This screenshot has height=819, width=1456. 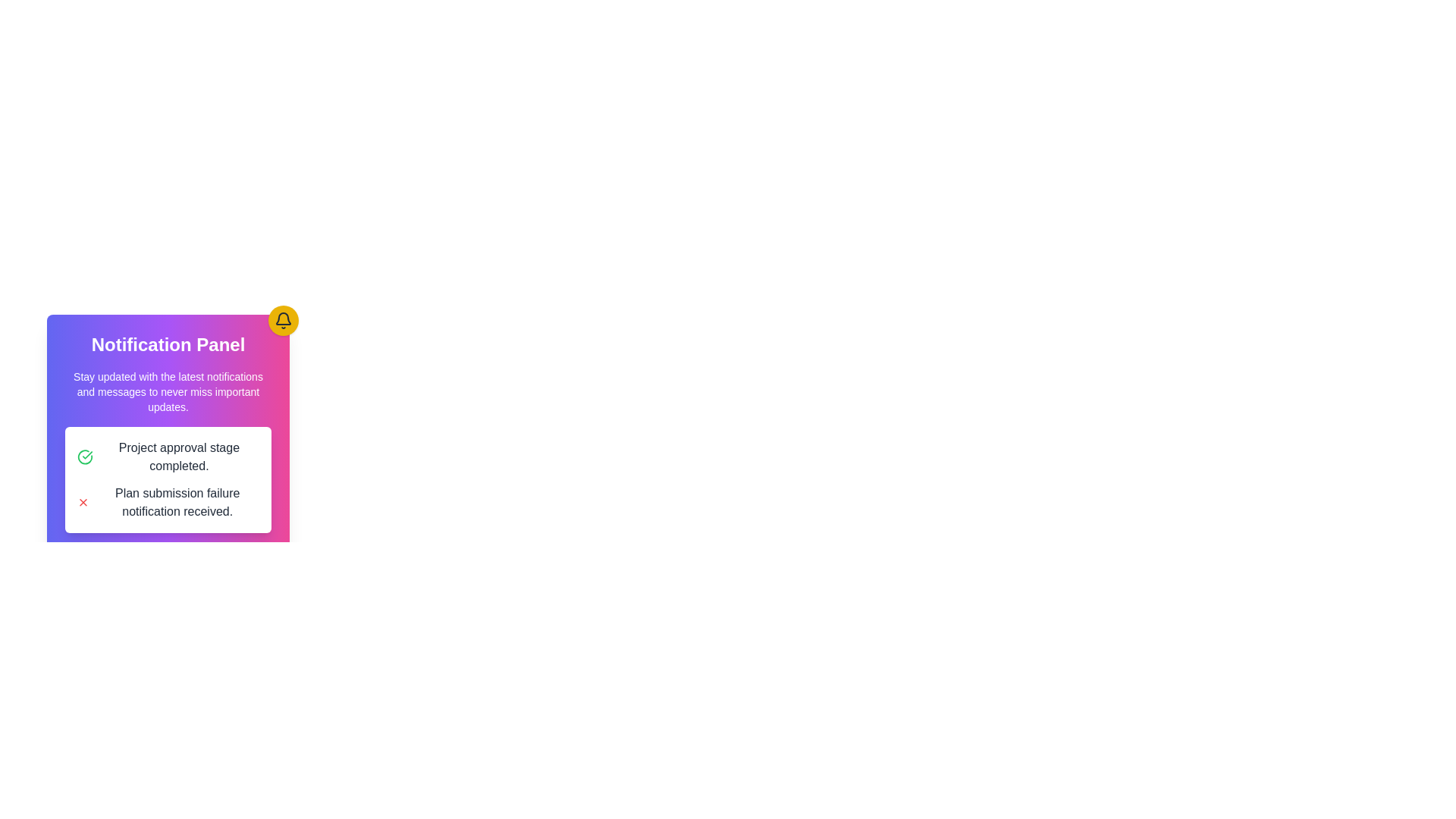 What do you see at coordinates (284, 320) in the screenshot?
I see `the notification bell icon, which is a dark gray silhouette on a gold circular background, located at the top-right corner of the notification panel` at bounding box center [284, 320].